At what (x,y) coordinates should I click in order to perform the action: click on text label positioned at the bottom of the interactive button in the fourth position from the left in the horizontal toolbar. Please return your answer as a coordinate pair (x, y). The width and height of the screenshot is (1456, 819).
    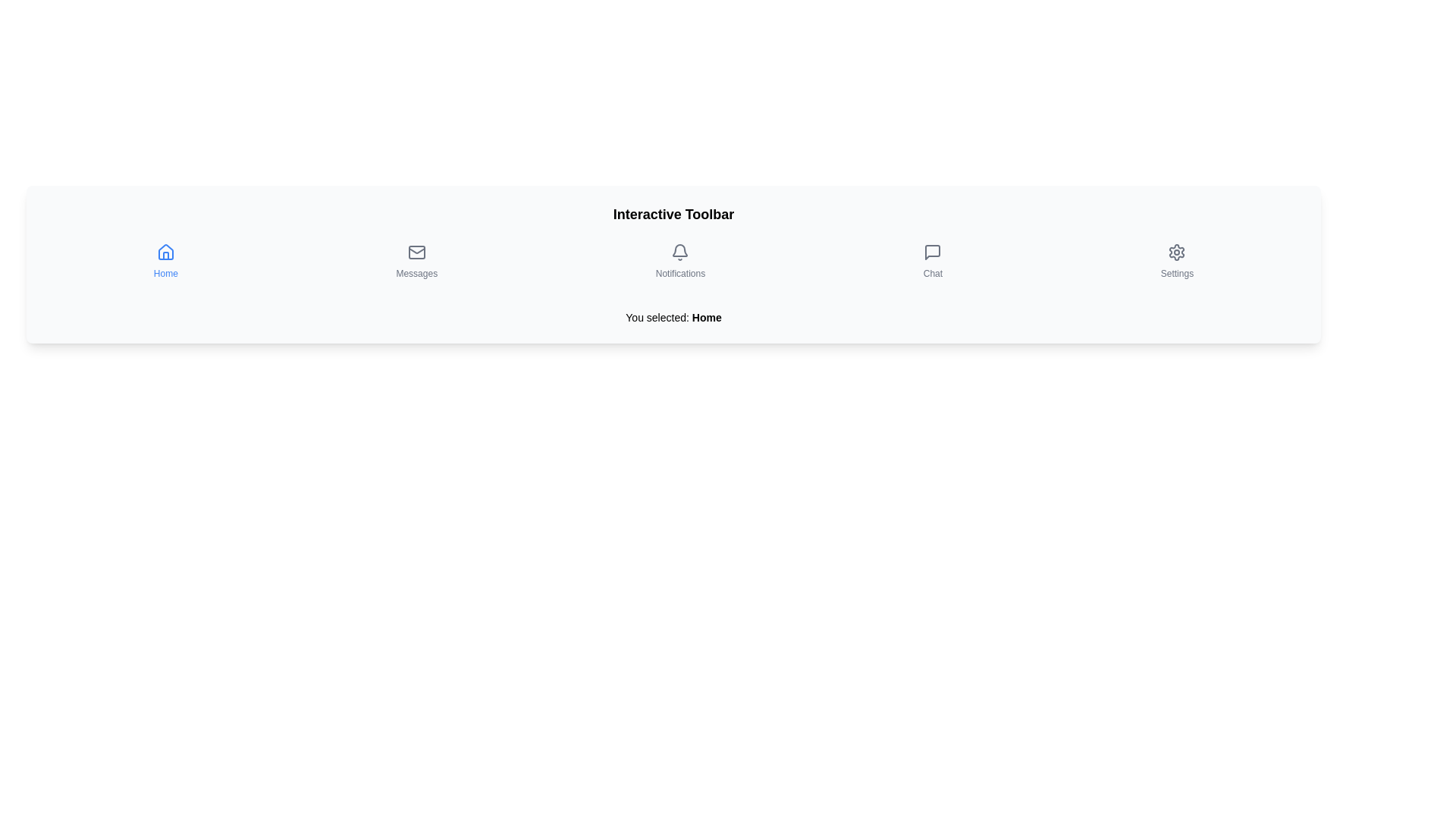
    Looking at the image, I should click on (932, 274).